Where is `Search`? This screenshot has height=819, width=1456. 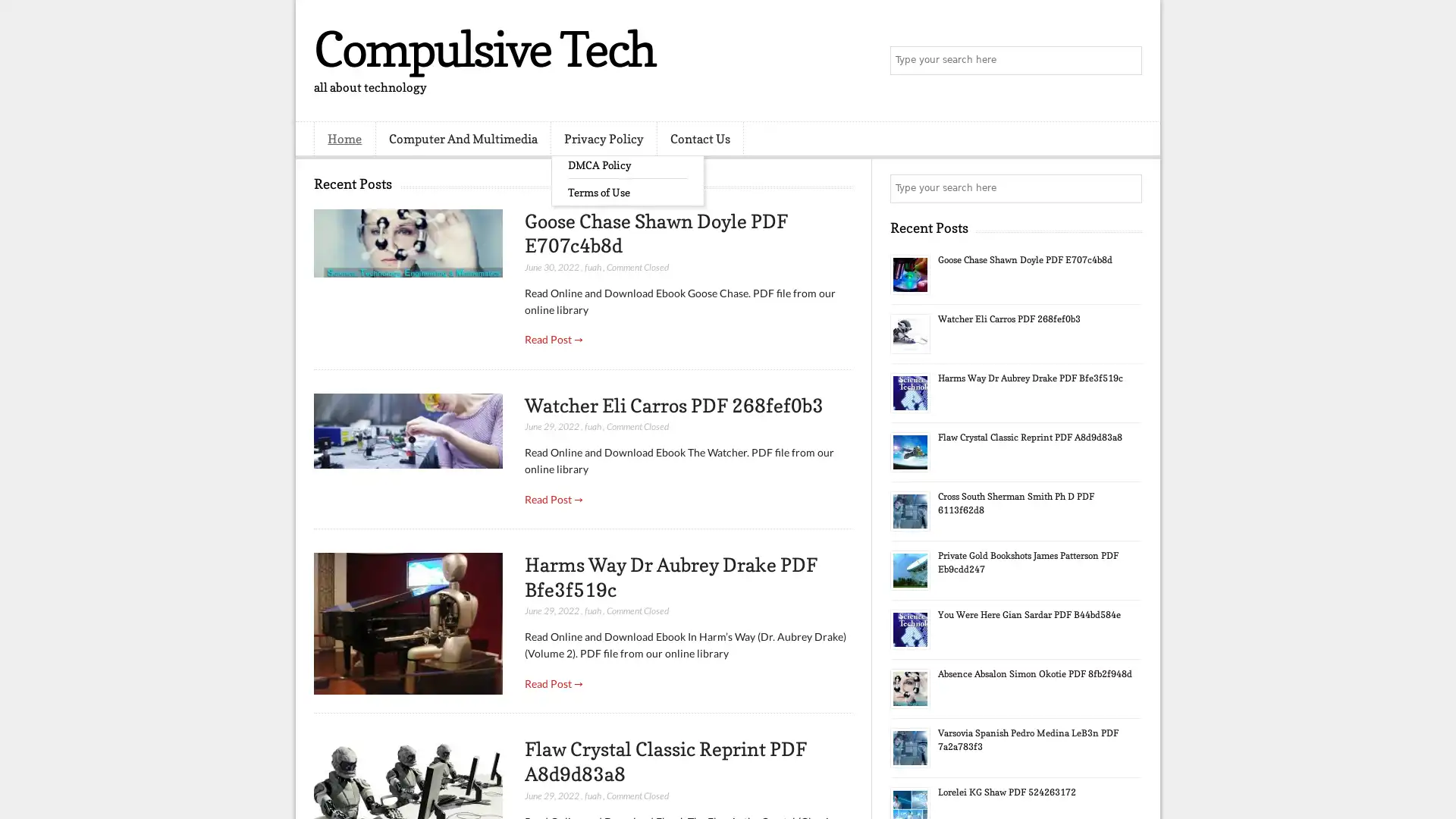
Search is located at coordinates (1126, 188).